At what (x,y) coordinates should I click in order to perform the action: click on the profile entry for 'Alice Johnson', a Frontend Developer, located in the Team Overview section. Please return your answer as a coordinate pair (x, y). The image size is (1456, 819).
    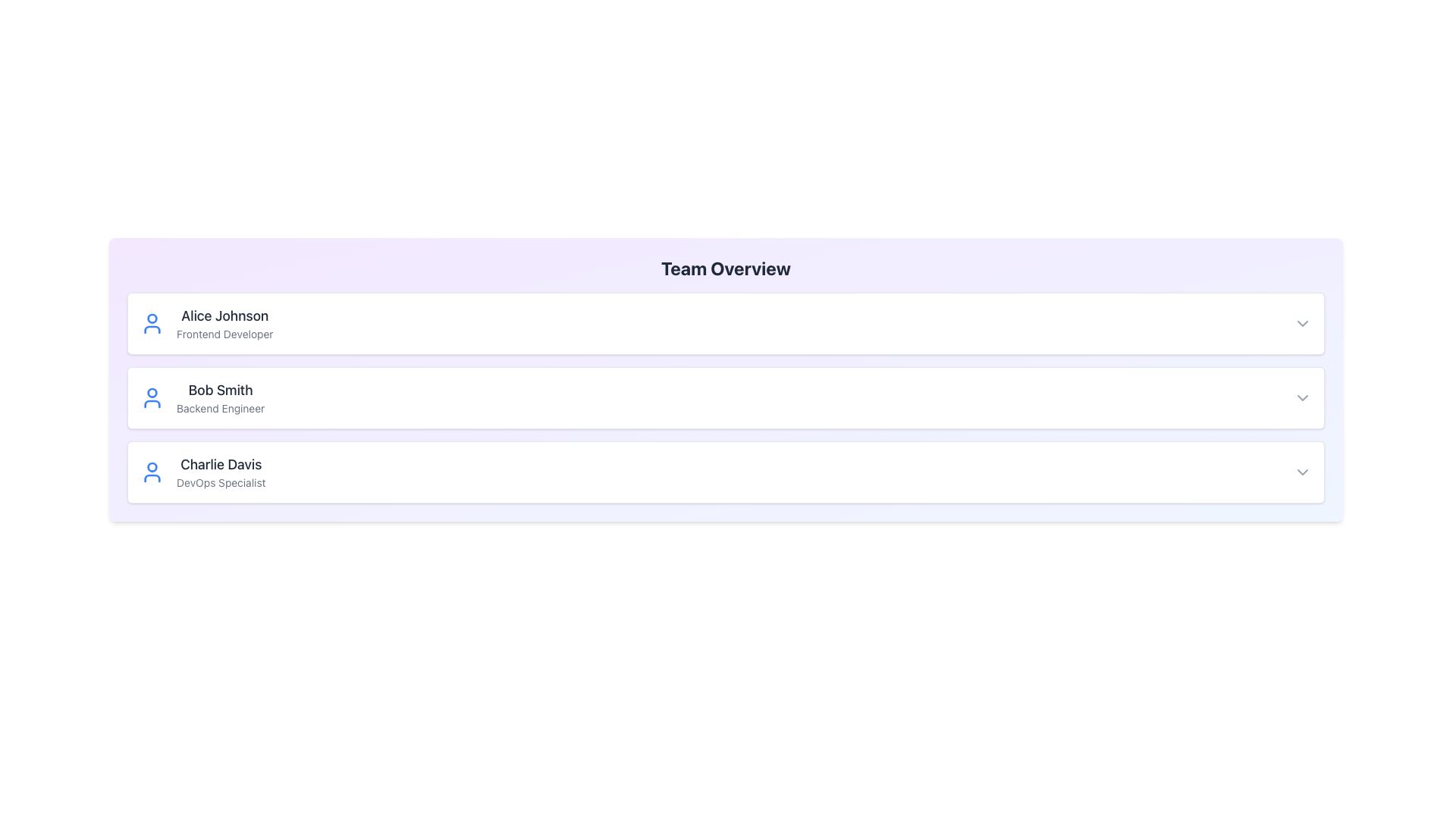
    Looking at the image, I should click on (206, 323).